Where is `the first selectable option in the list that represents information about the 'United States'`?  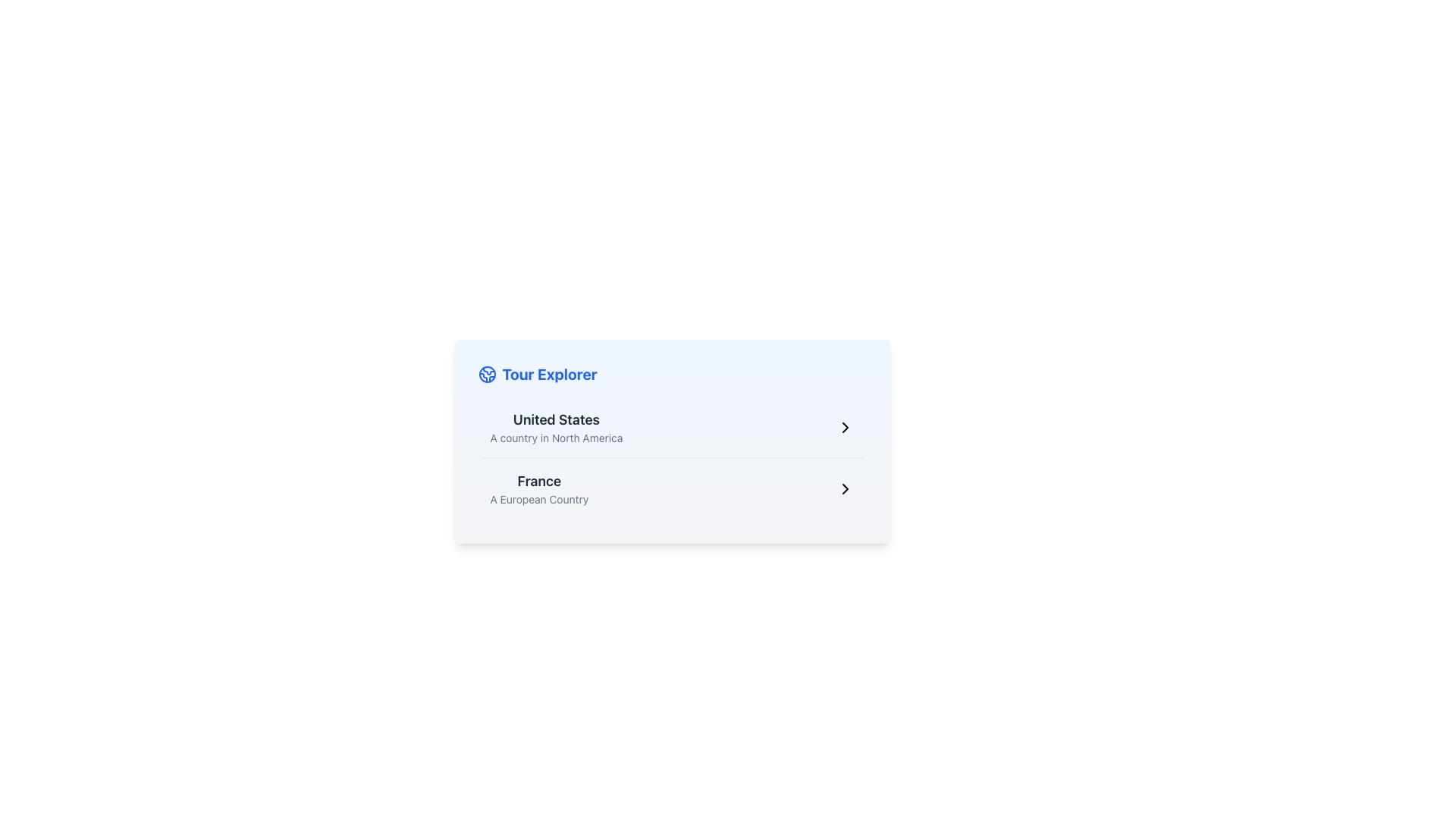
the first selectable option in the list that represents information about the 'United States' is located at coordinates (671, 427).